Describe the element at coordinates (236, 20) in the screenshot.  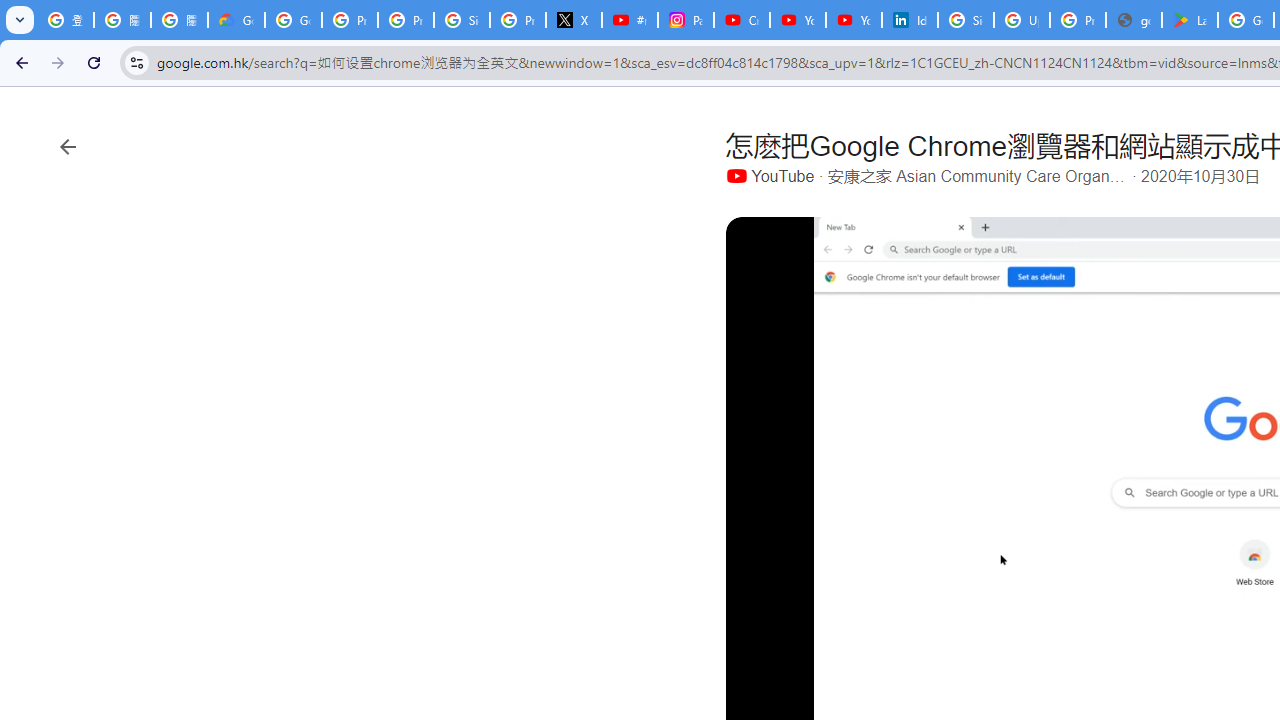
I see `'Google Cloud Privacy Notice'` at that location.